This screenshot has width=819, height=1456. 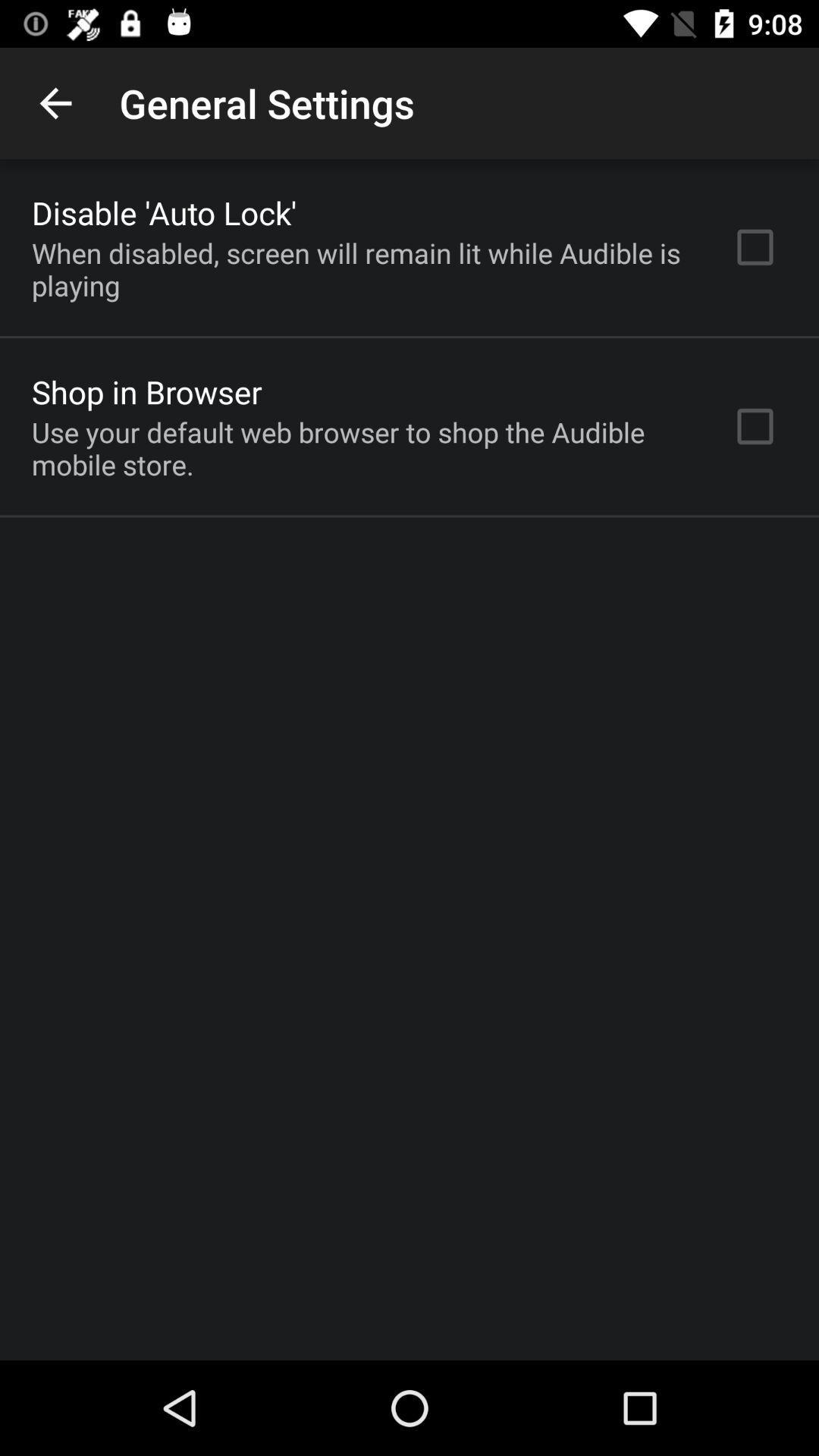 What do you see at coordinates (362, 447) in the screenshot?
I see `use your default icon` at bounding box center [362, 447].